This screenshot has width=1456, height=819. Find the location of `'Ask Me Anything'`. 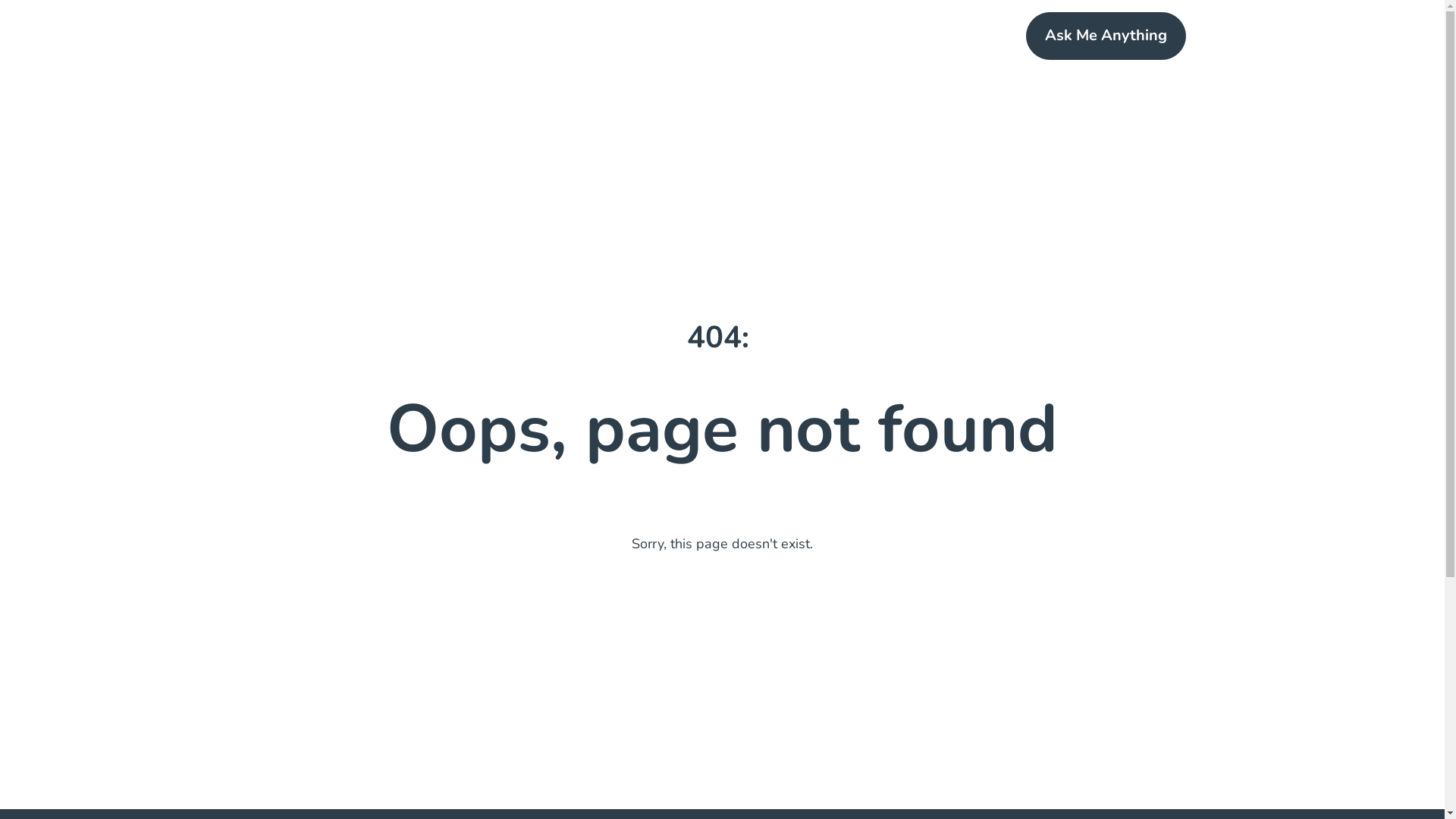

'Ask Me Anything' is located at coordinates (1106, 35).